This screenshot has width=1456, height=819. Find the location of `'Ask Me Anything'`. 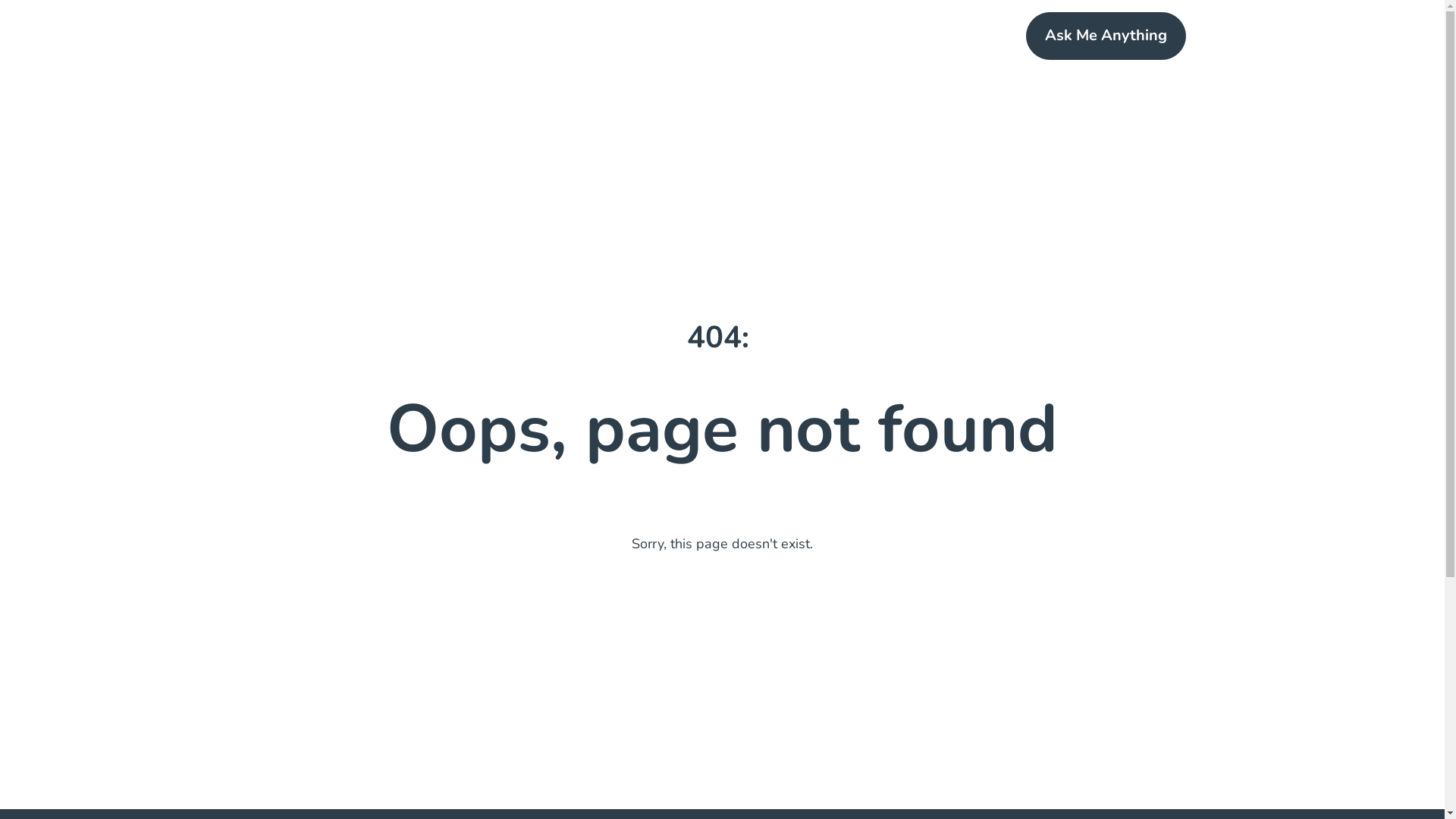

'Ask Me Anything' is located at coordinates (1106, 35).